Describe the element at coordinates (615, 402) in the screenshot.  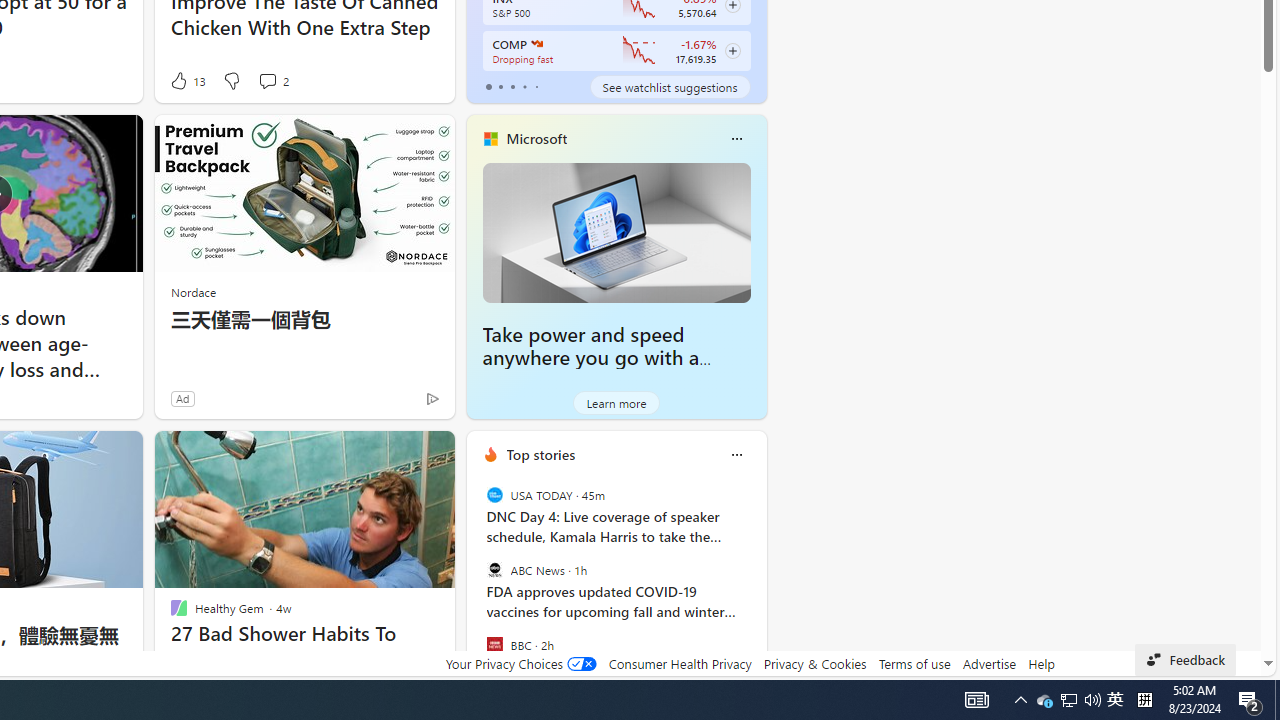
I see `'Learn more'` at that location.